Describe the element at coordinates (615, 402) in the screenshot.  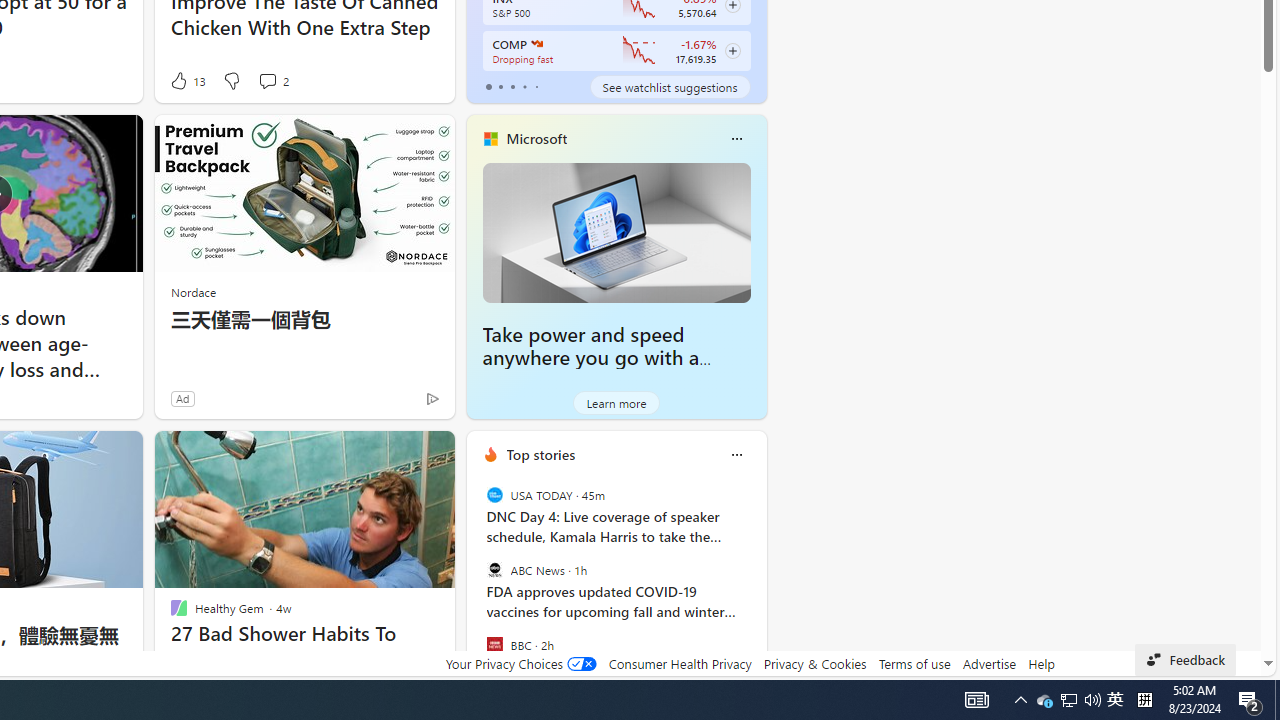
I see `'Learn more'` at that location.